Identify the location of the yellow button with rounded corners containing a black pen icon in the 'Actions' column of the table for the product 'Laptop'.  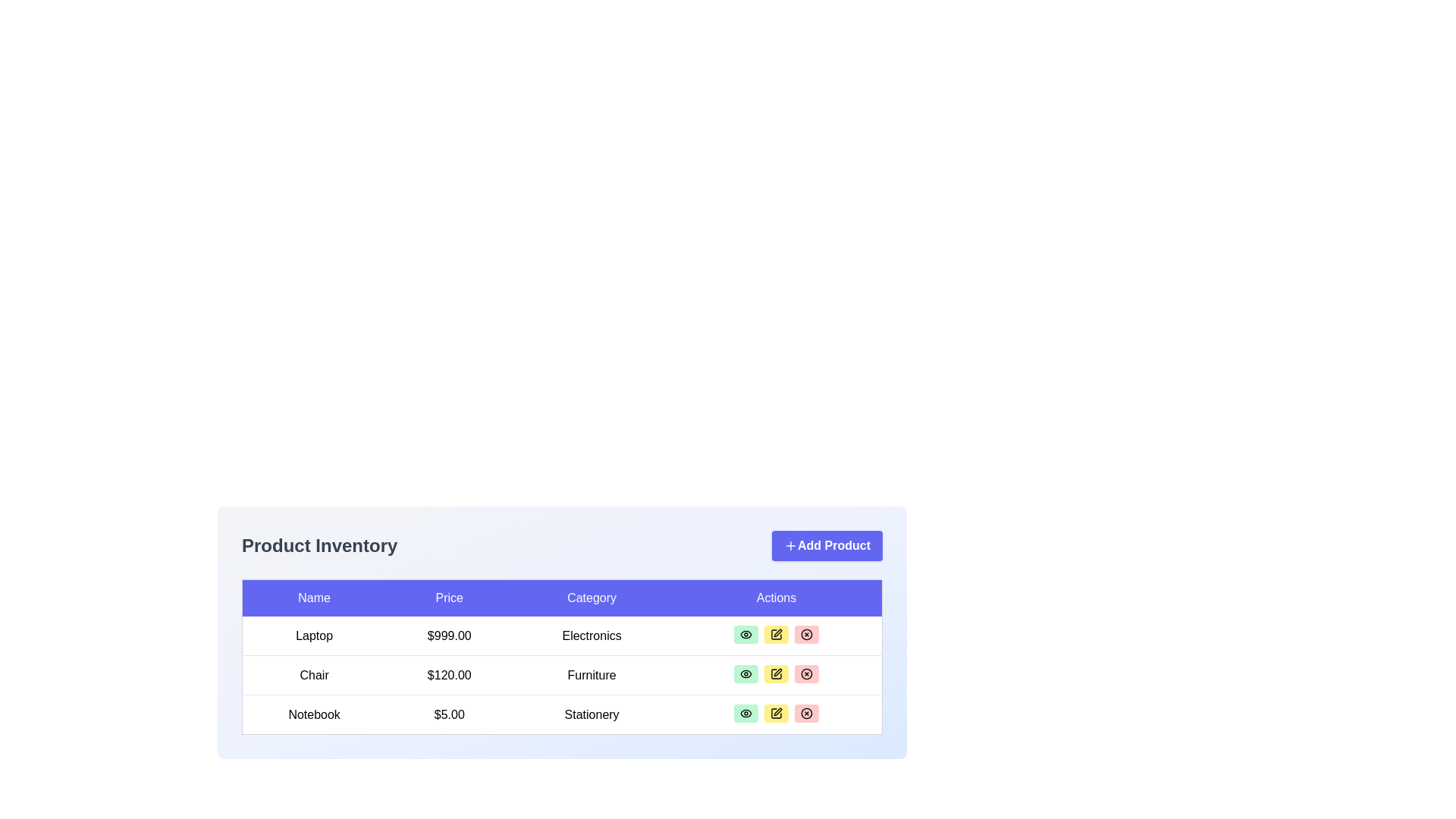
(776, 635).